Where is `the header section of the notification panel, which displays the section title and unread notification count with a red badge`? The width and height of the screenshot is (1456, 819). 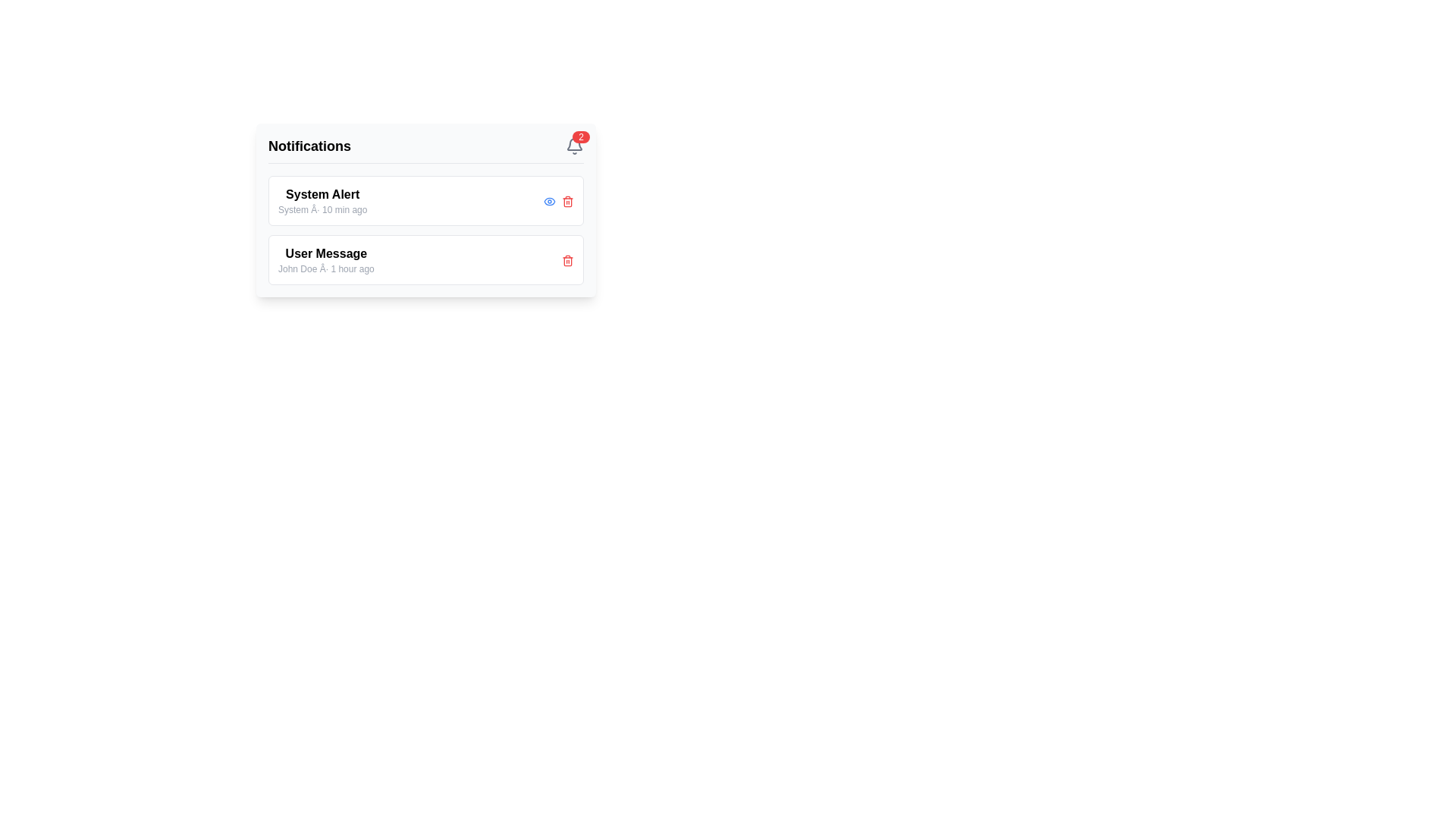 the header section of the notification panel, which displays the section title and unread notification count with a red badge is located at coordinates (425, 149).